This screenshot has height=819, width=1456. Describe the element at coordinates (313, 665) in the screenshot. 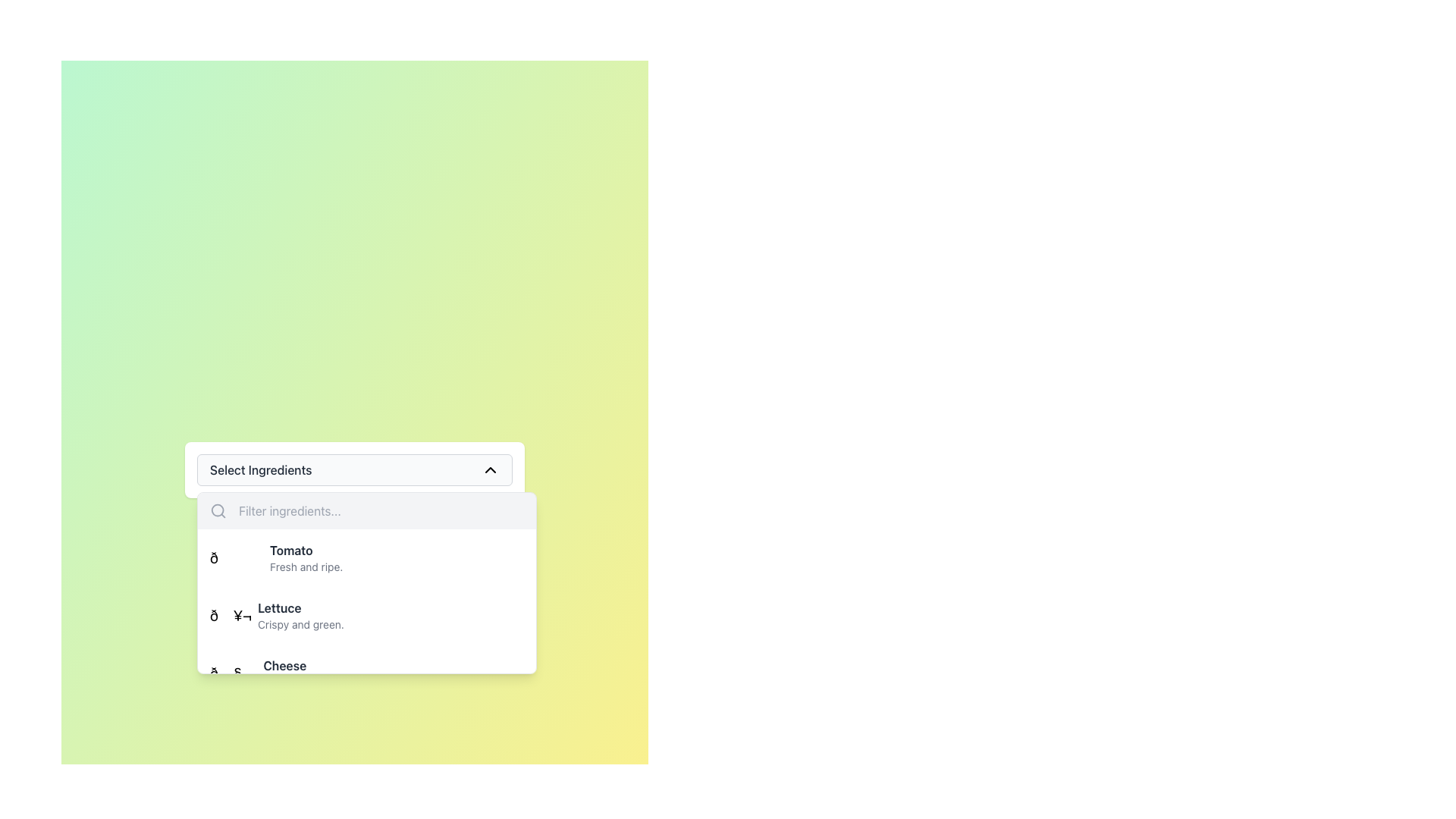

I see `the bold, dark gray text displaying 'Cheese', which is styled as a header above the subtext 'Creamy and smooth.'` at that location.